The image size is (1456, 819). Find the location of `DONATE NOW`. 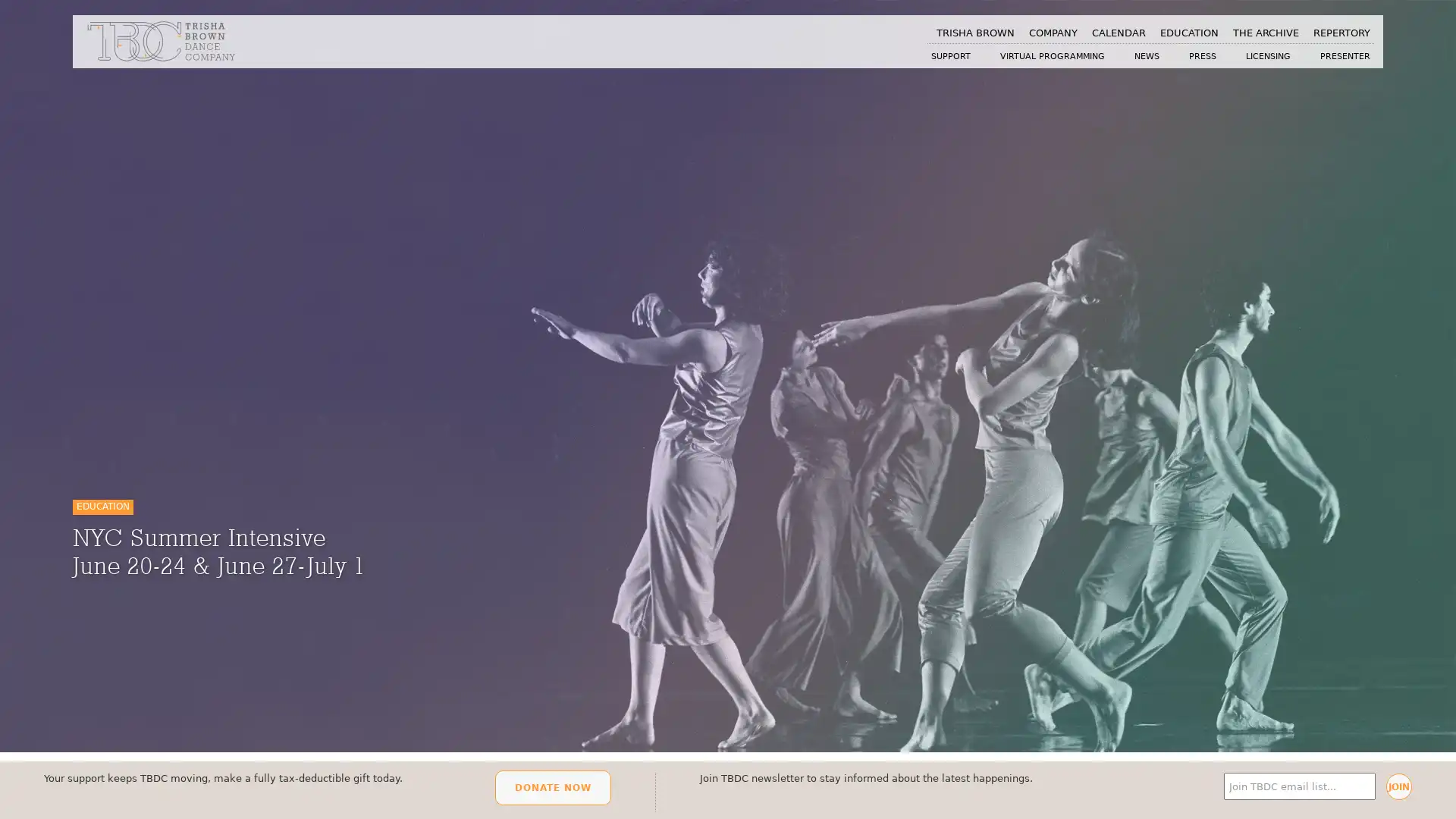

DONATE NOW is located at coordinates (552, 786).